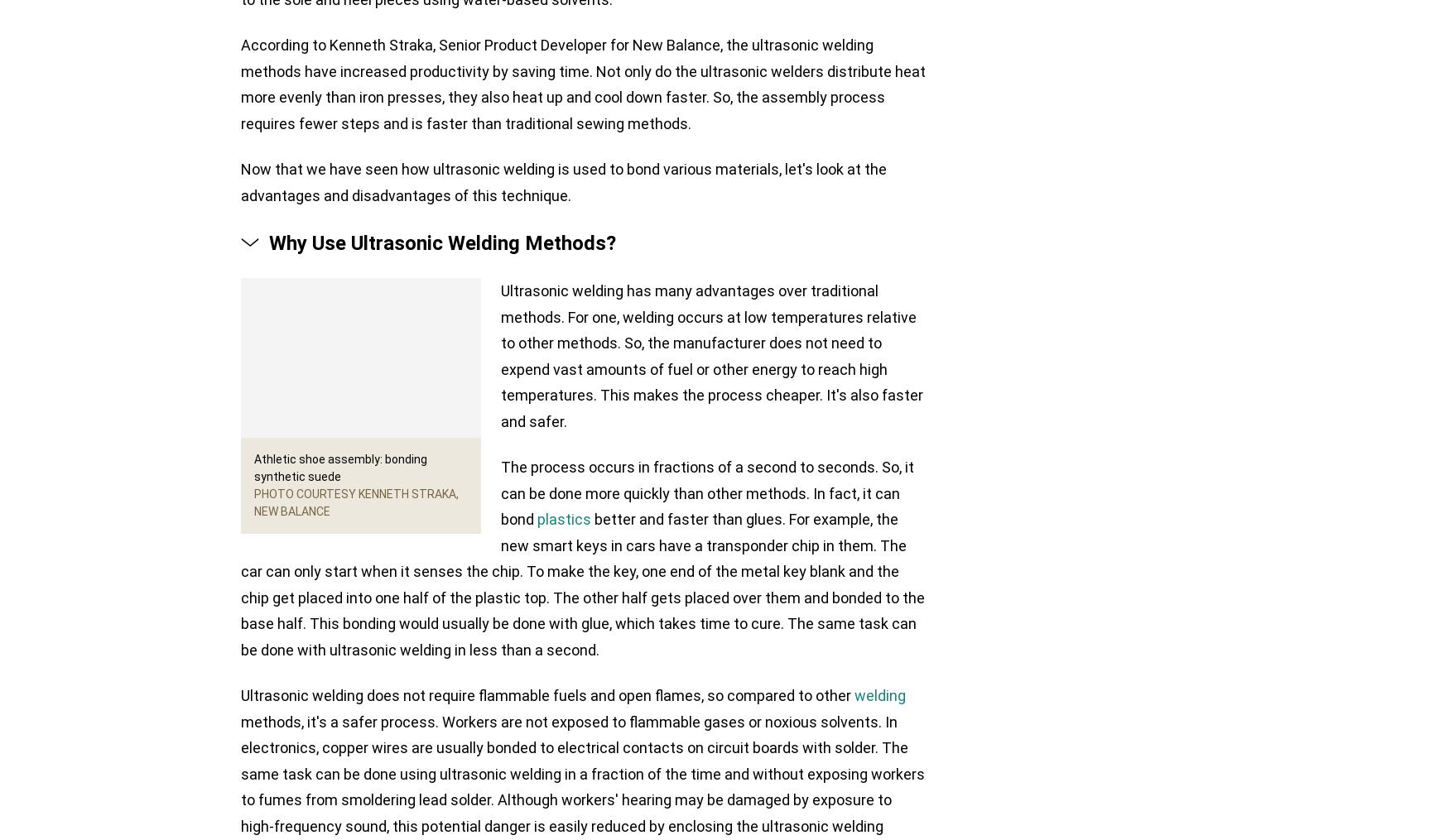 The image size is (1449, 840). I want to click on 'According to Kenneth Straka, Senior Product Developer for New Balance, the ultrasonic welding methods have increased productivity by saving time. Not only do the ultrasonic welders distribute heat more evenly than iron presses, they also heat up and cool down faster. So, the assembly process requires fewer steps and is faster than traditional sewing methods.', so click(583, 84).